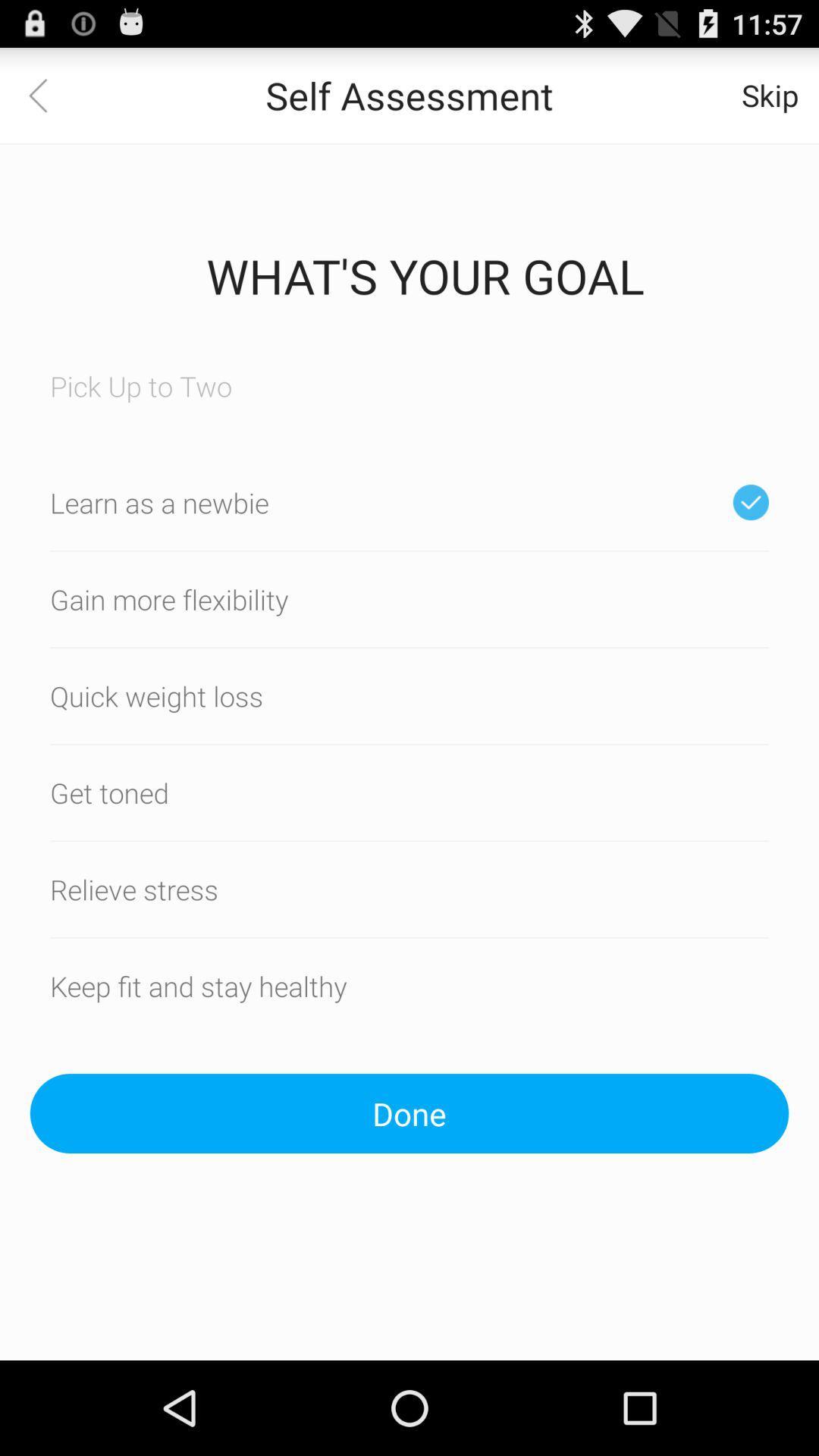  Describe the element at coordinates (770, 94) in the screenshot. I see `the icon at the top right corner` at that location.